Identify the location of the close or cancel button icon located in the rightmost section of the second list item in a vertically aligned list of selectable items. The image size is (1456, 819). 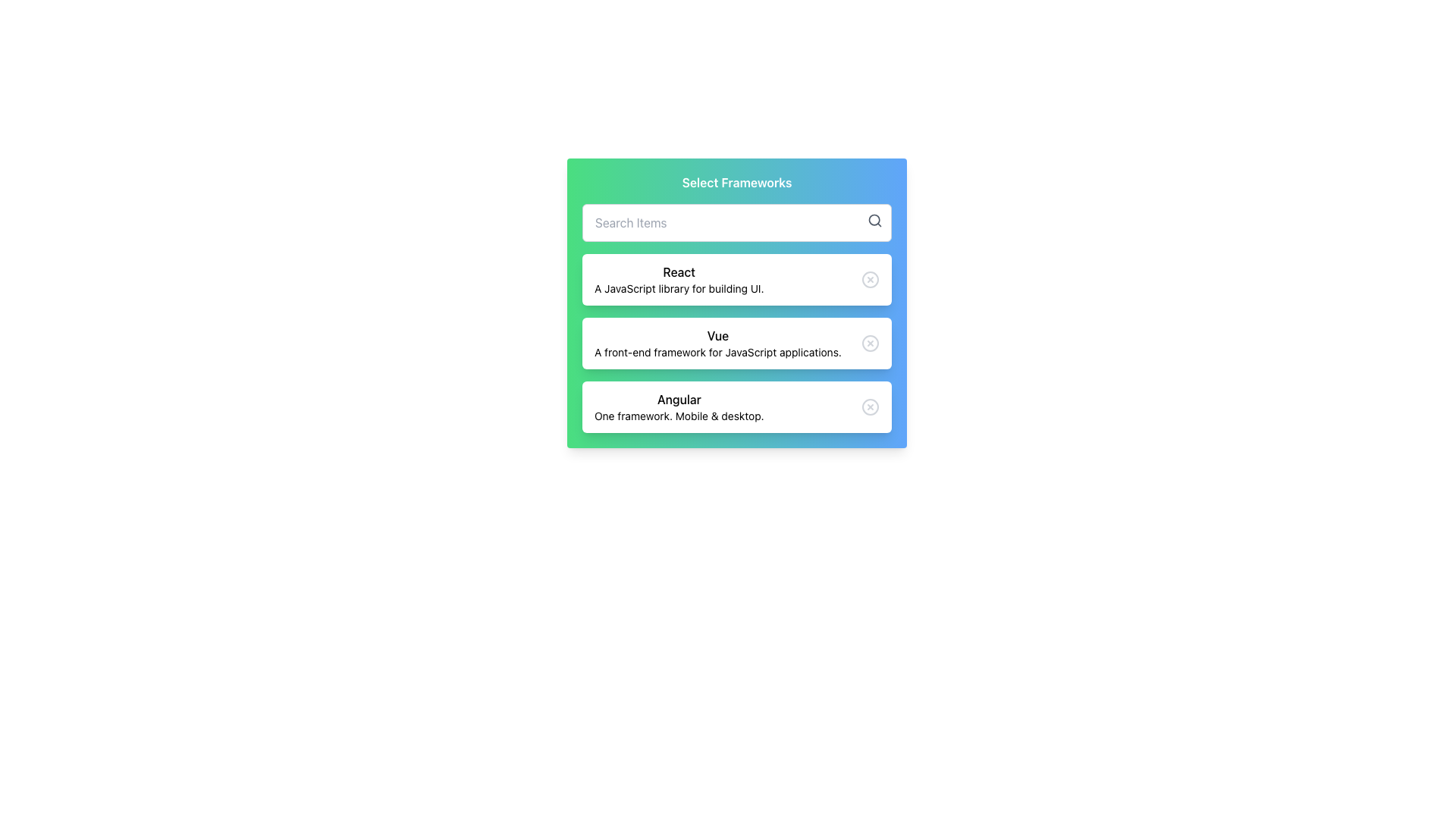
(870, 343).